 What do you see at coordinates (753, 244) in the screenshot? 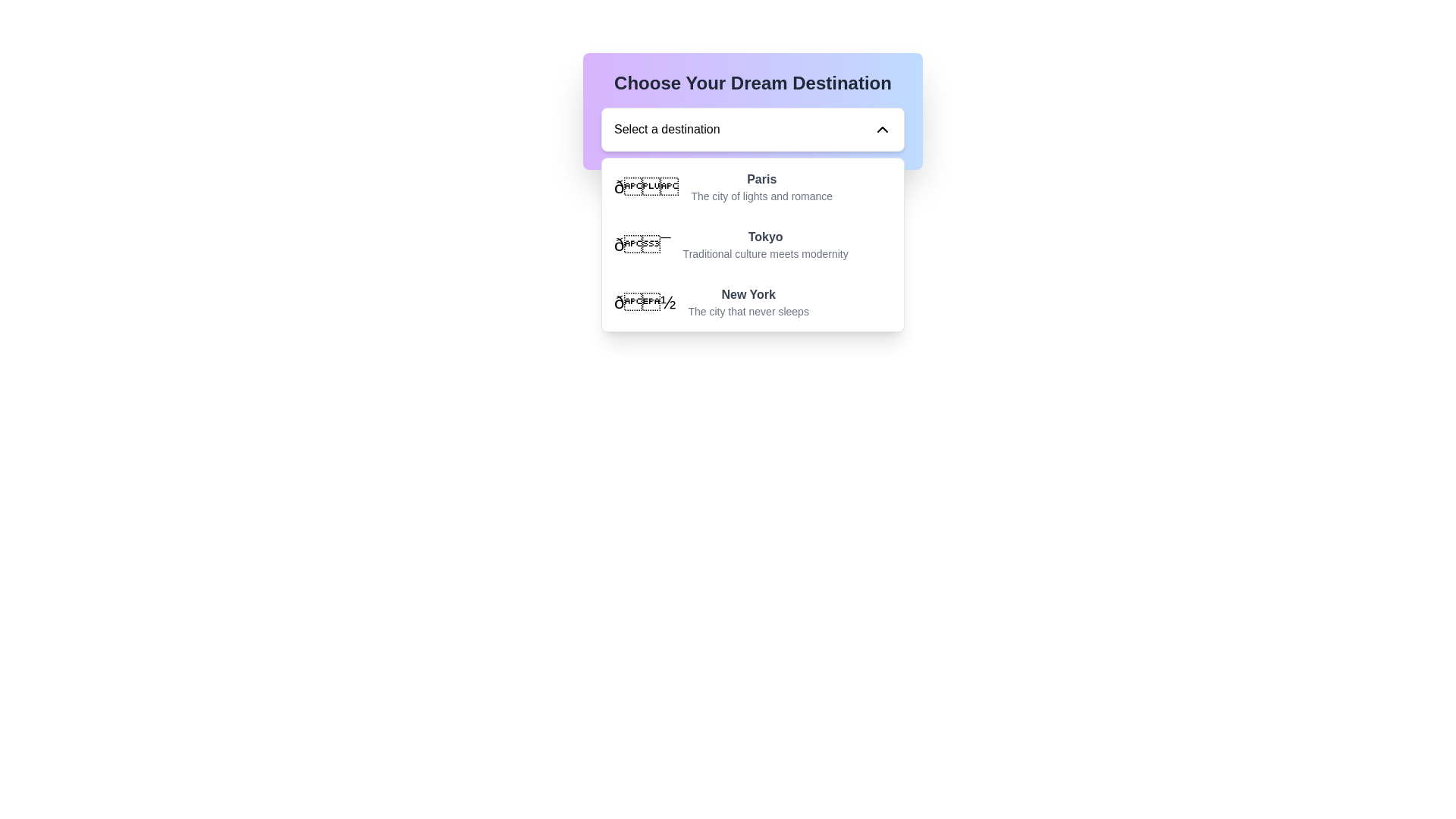
I see `the selectable list item labeled 'Tokyo' in the dropdown menu` at bounding box center [753, 244].